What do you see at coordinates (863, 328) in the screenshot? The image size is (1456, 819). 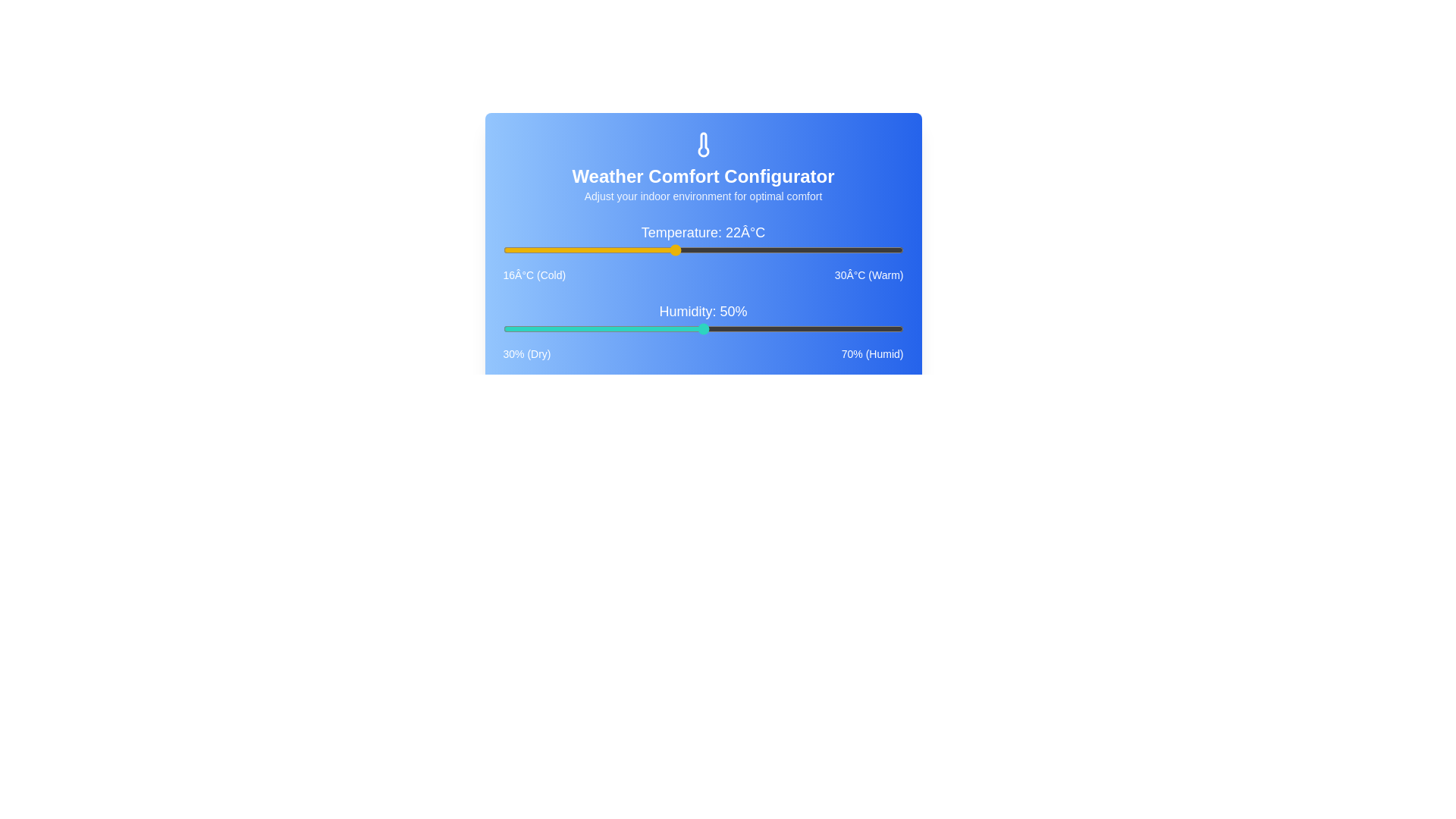 I see `the humidity slider to 66%` at bounding box center [863, 328].